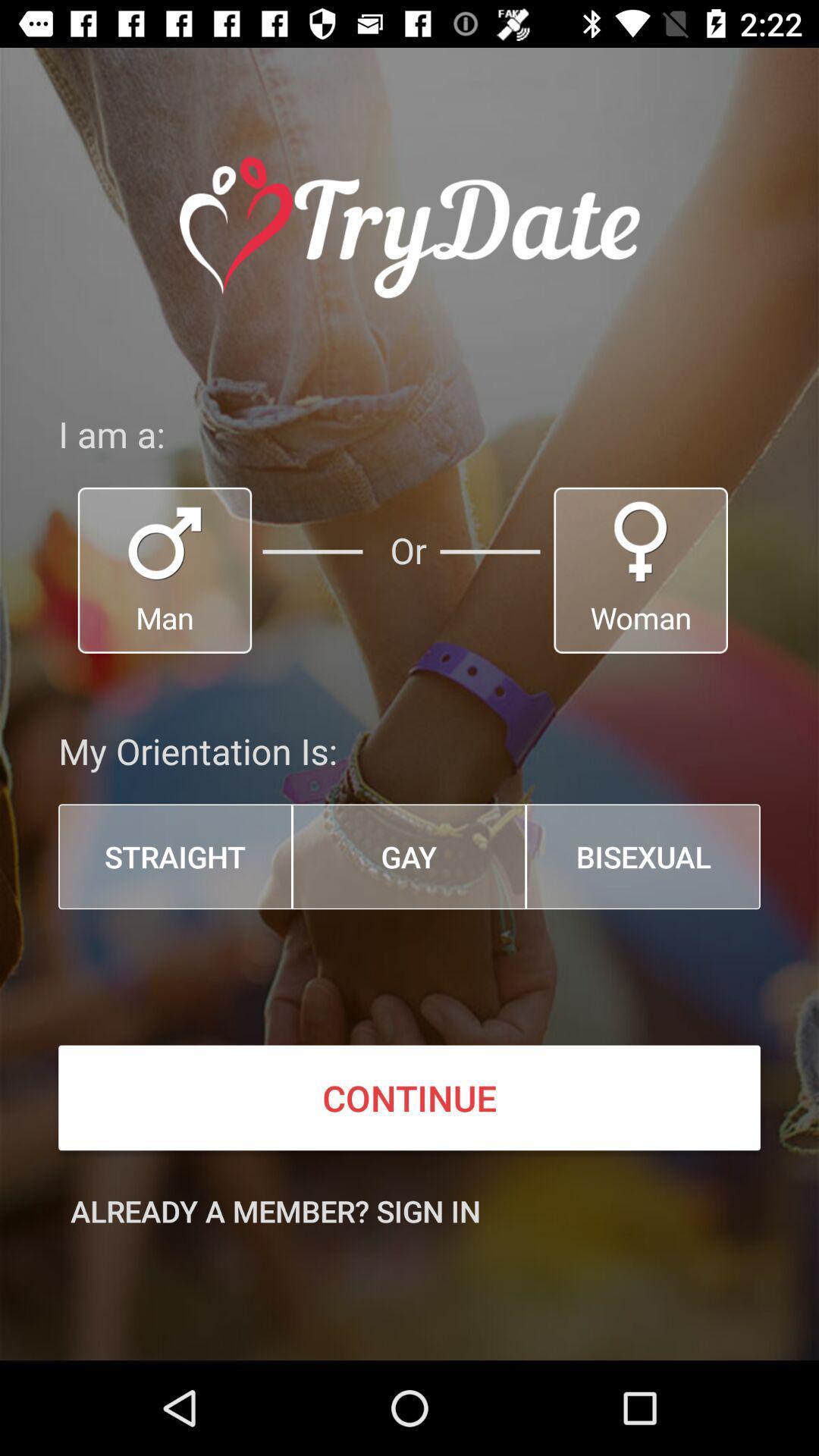  Describe the element at coordinates (641, 570) in the screenshot. I see `women symbol icon` at that location.